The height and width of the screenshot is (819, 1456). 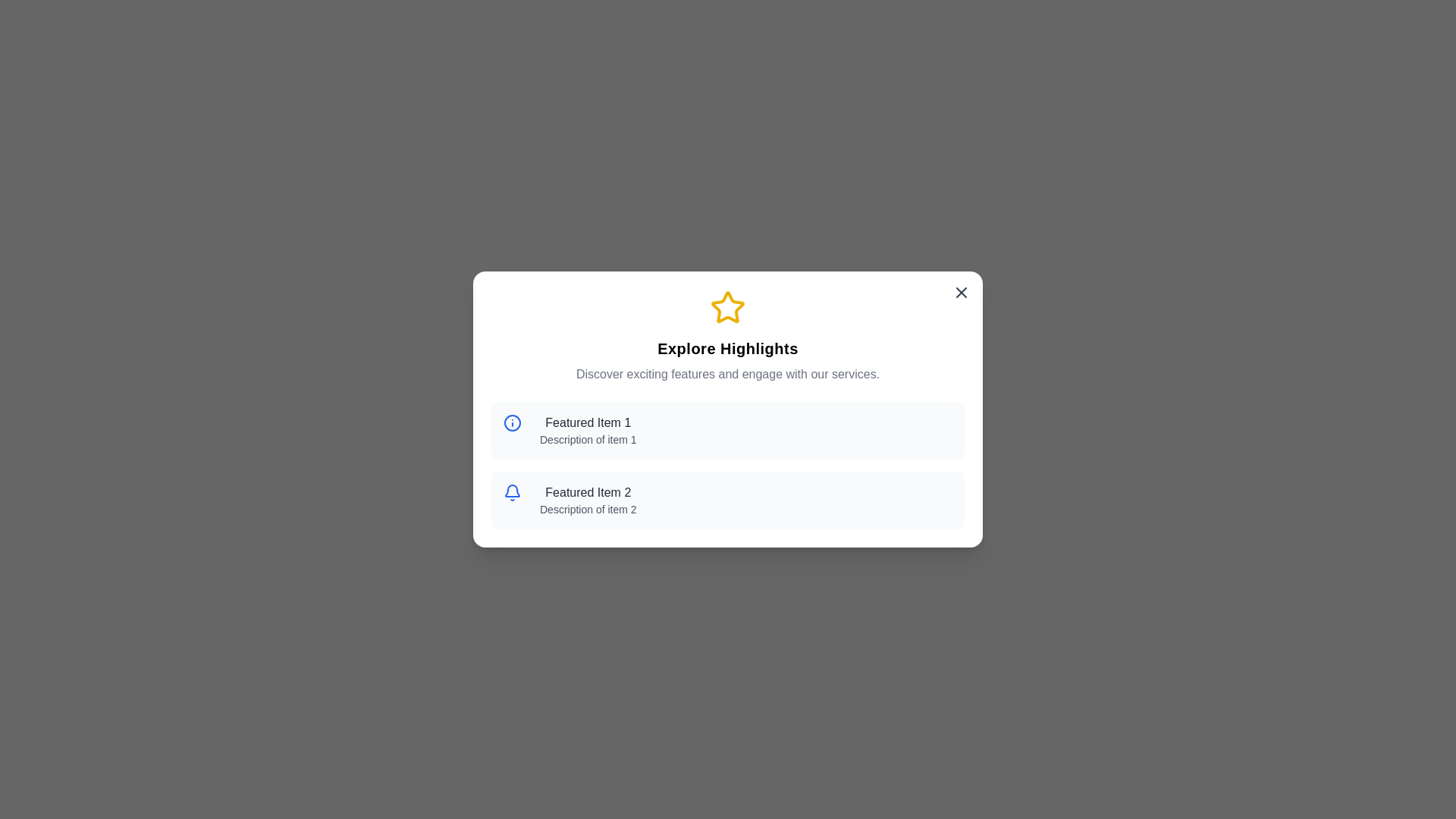 What do you see at coordinates (728, 335) in the screenshot?
I see `the highlight section containing the star icon and the text 'Explore Highlights'` at bounding box center [728, 335].